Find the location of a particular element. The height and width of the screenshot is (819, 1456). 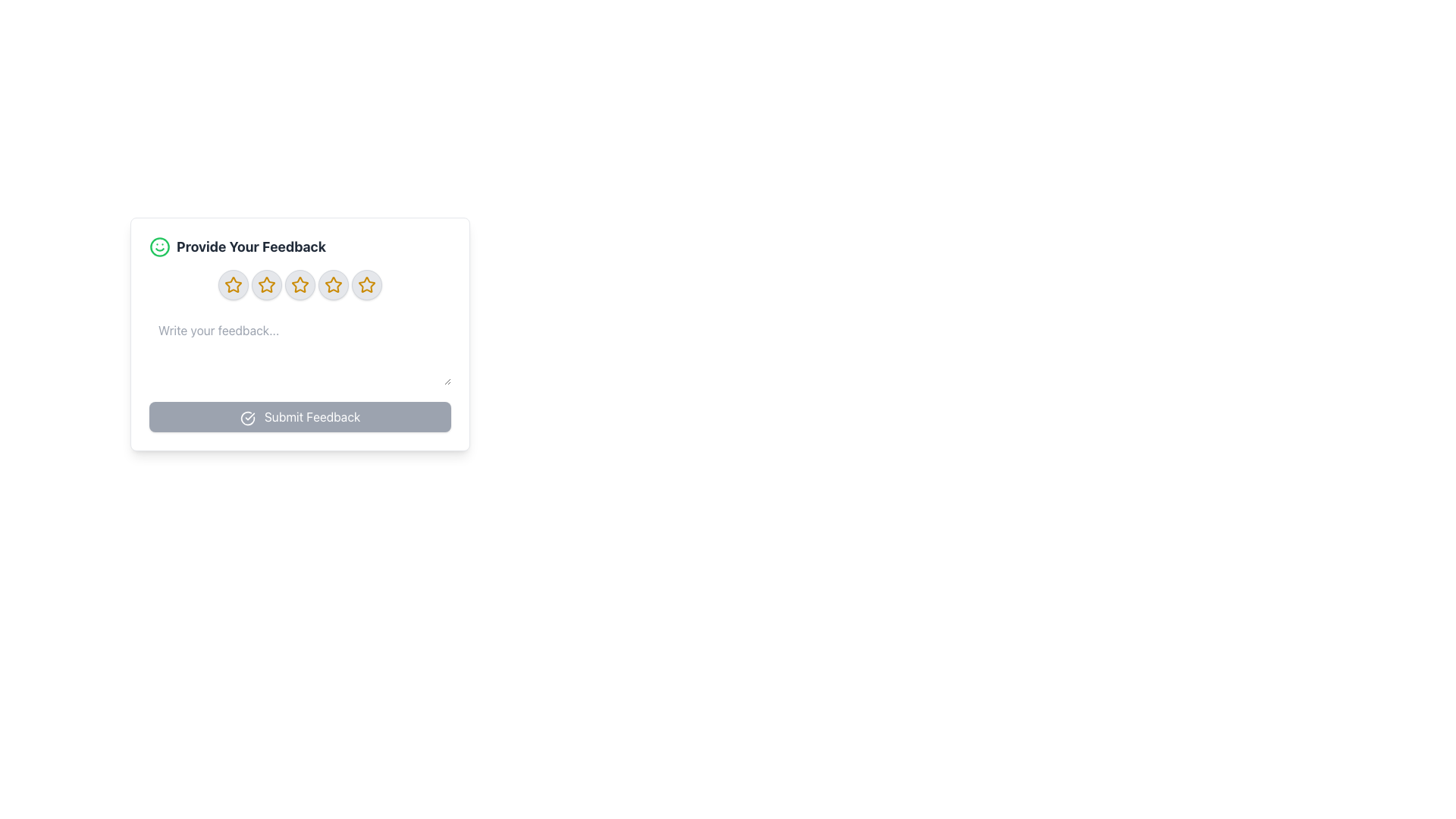

on the third golden rating star icon in the feedback section is located at coordinates (266, 284).